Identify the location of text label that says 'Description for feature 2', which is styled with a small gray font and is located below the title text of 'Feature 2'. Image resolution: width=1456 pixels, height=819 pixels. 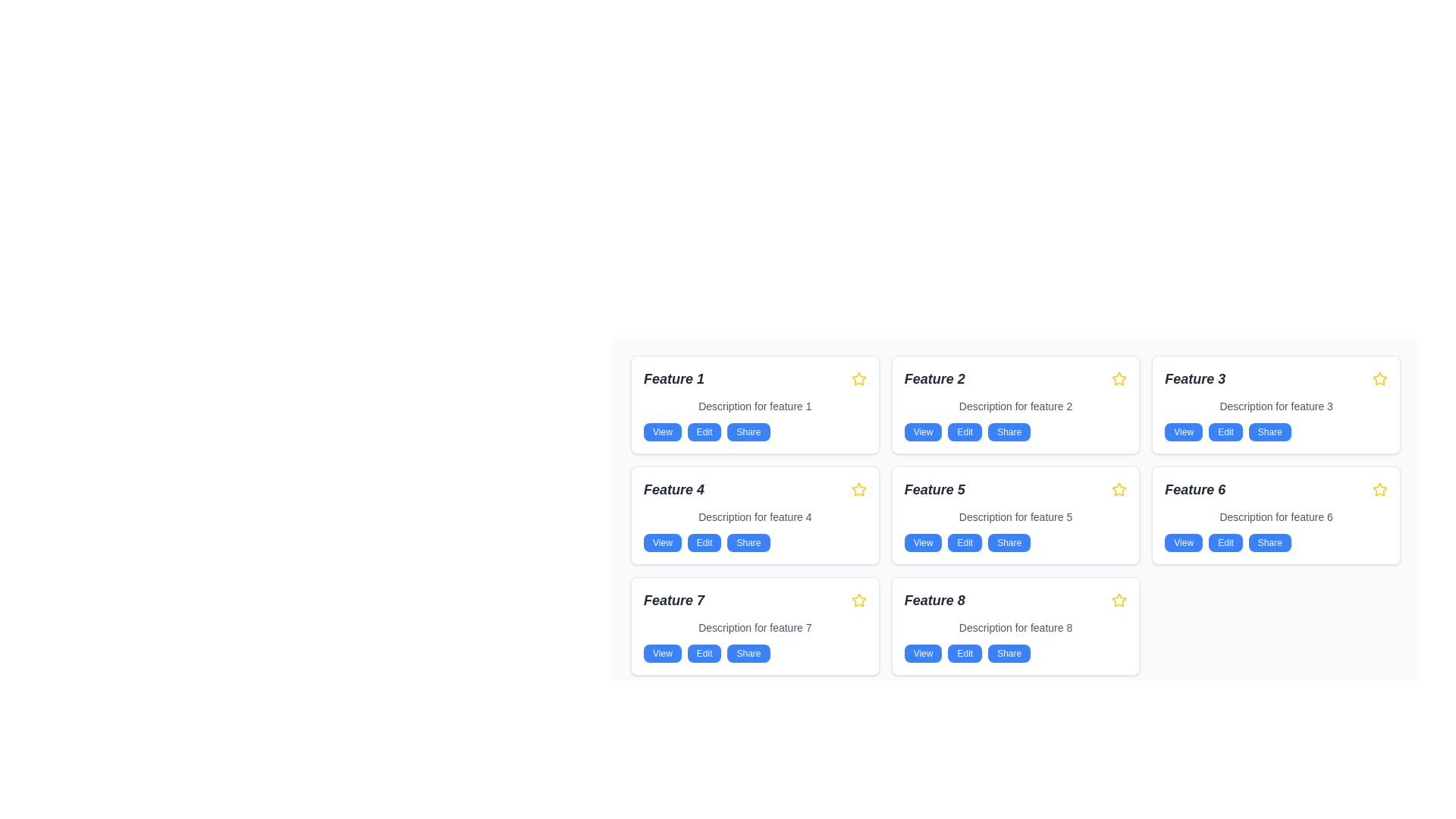
(1015, 406).